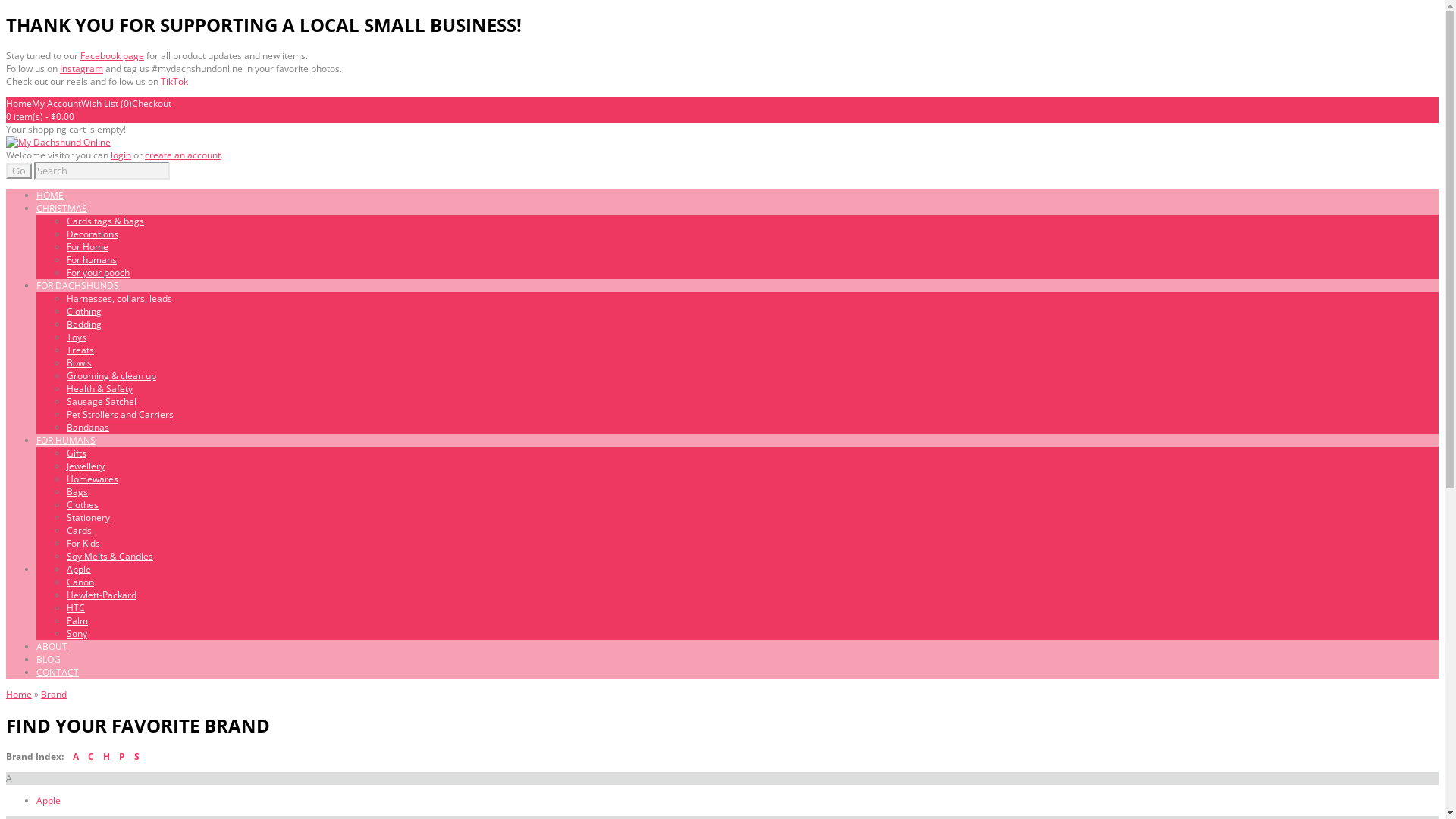 The image size is (1456, 819). Describe the element at coordinates (65, 246) in the screenshot. I see `'For Home'` at that location.